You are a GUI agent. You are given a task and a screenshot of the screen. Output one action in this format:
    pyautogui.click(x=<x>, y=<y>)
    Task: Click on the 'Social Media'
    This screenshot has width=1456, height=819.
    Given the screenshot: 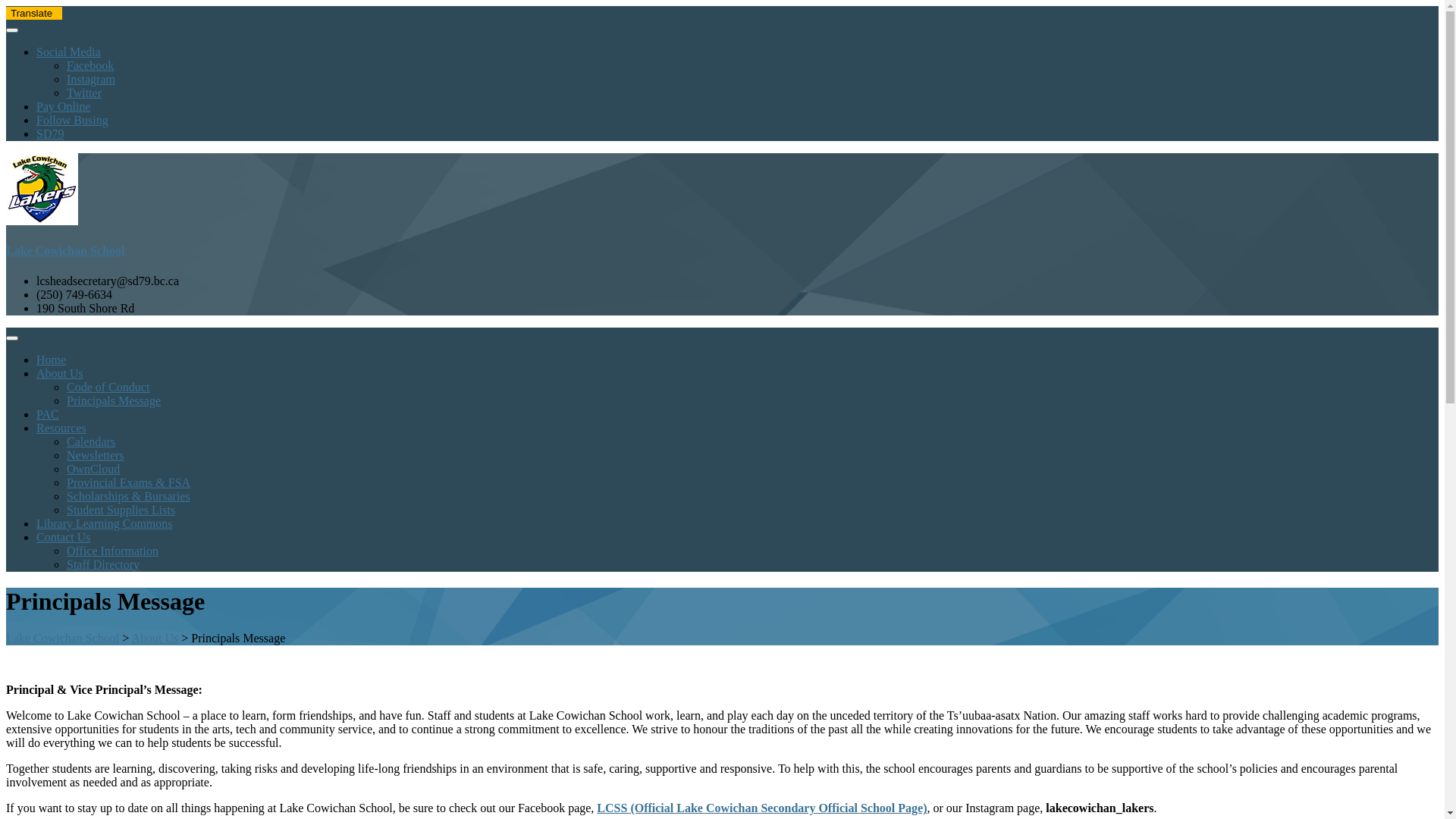 What is the action you would take?
    pyautogui.click(x=67, y=51)
    